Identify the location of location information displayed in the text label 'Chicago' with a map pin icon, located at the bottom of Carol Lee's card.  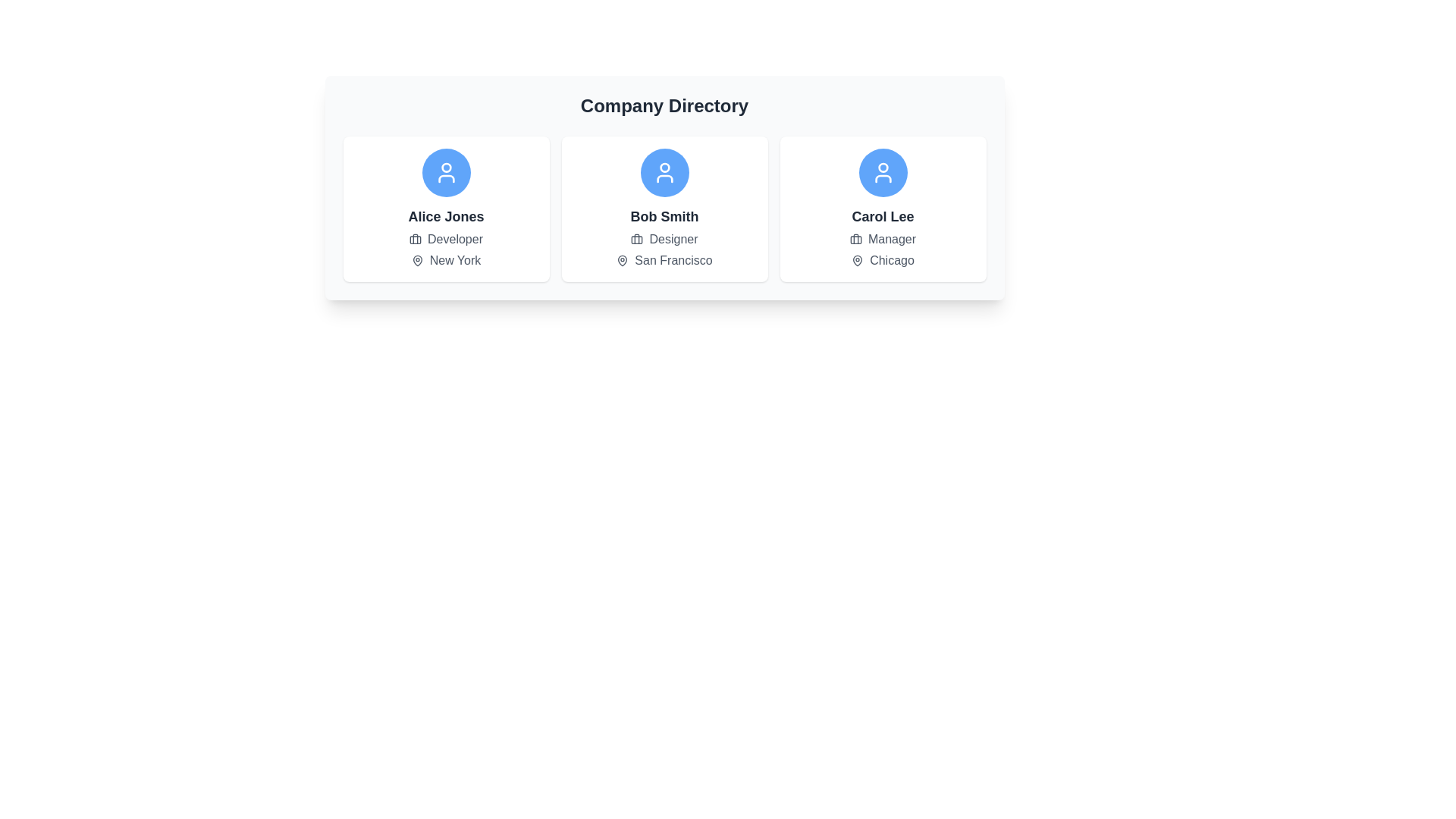
(883, 259).